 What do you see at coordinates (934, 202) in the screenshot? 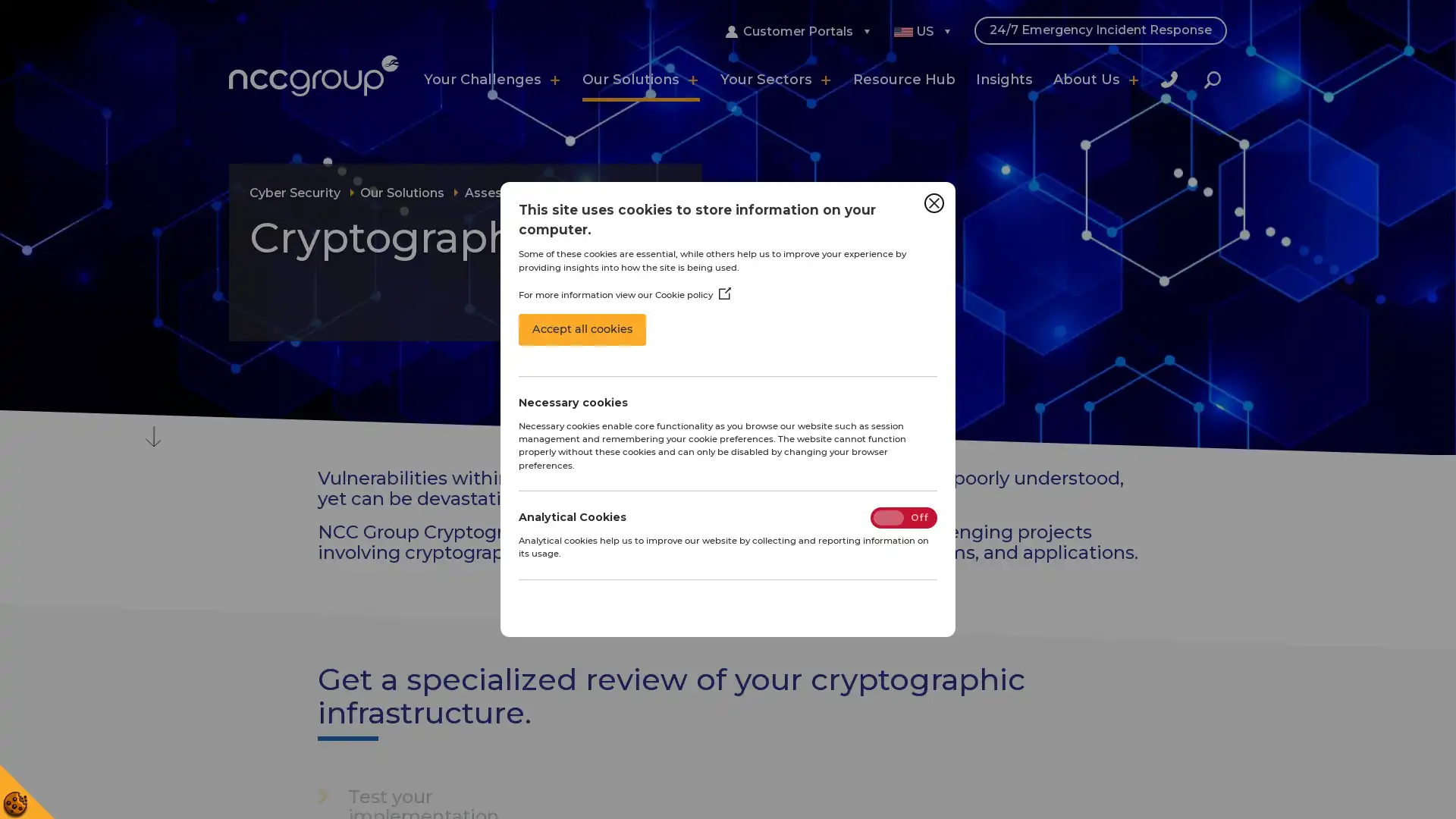
I see `Close Cookie Control` at bounding box center [934, 202].